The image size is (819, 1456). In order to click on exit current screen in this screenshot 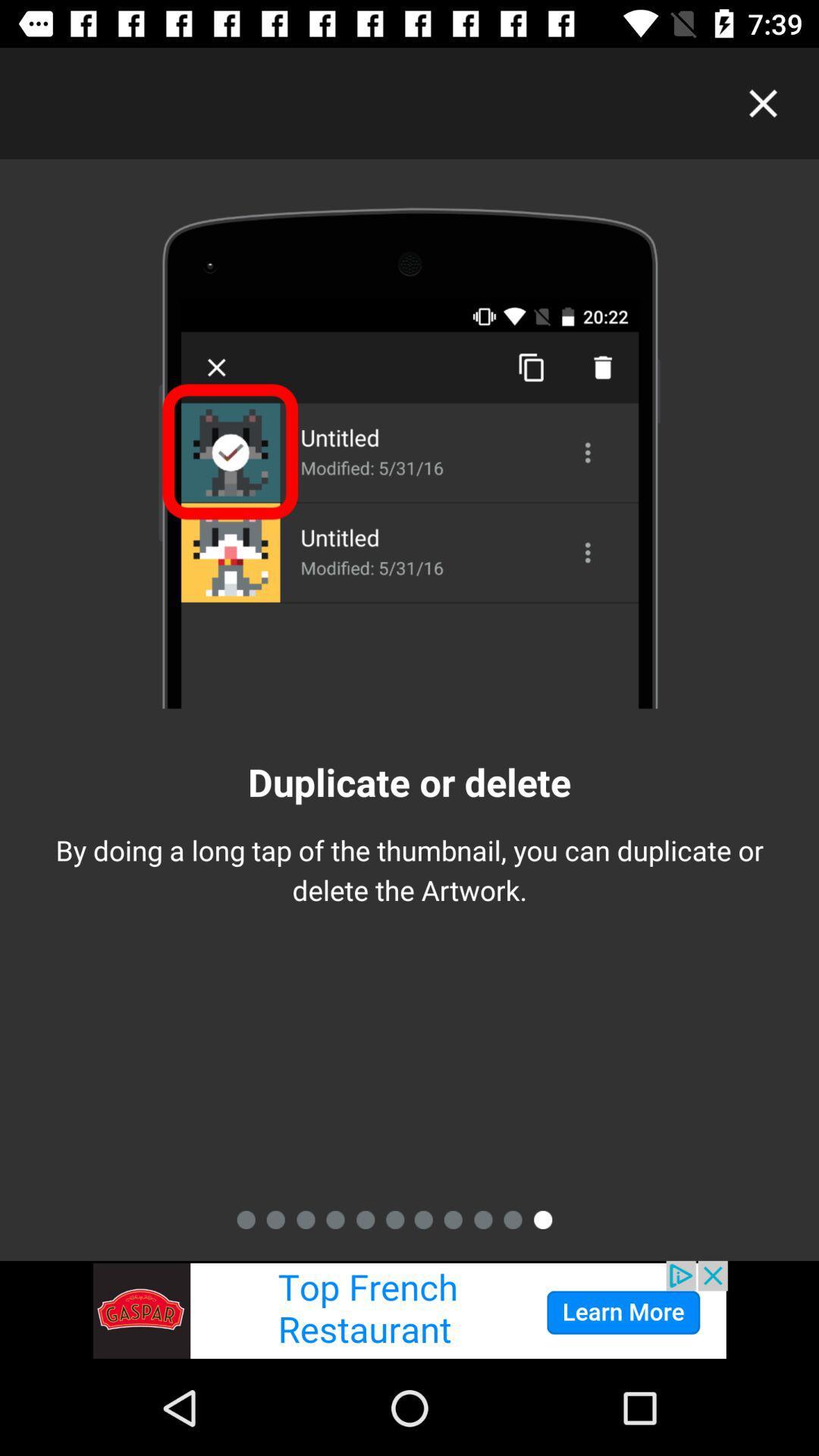, I will do `click(763, 102)`.